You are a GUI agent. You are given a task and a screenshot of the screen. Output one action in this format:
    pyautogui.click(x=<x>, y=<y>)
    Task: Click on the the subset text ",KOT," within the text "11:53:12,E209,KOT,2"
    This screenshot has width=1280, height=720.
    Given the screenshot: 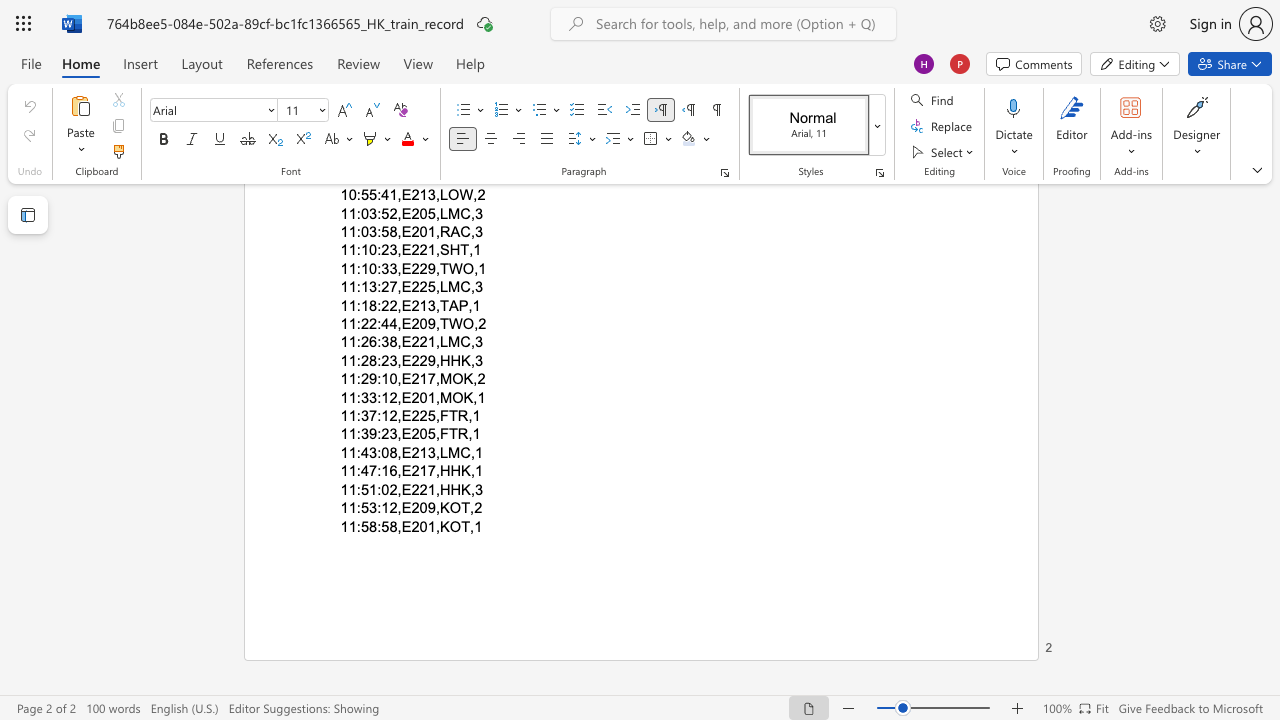 What is the action you would take?
    pyautogui.click(x=434, y=507)
    